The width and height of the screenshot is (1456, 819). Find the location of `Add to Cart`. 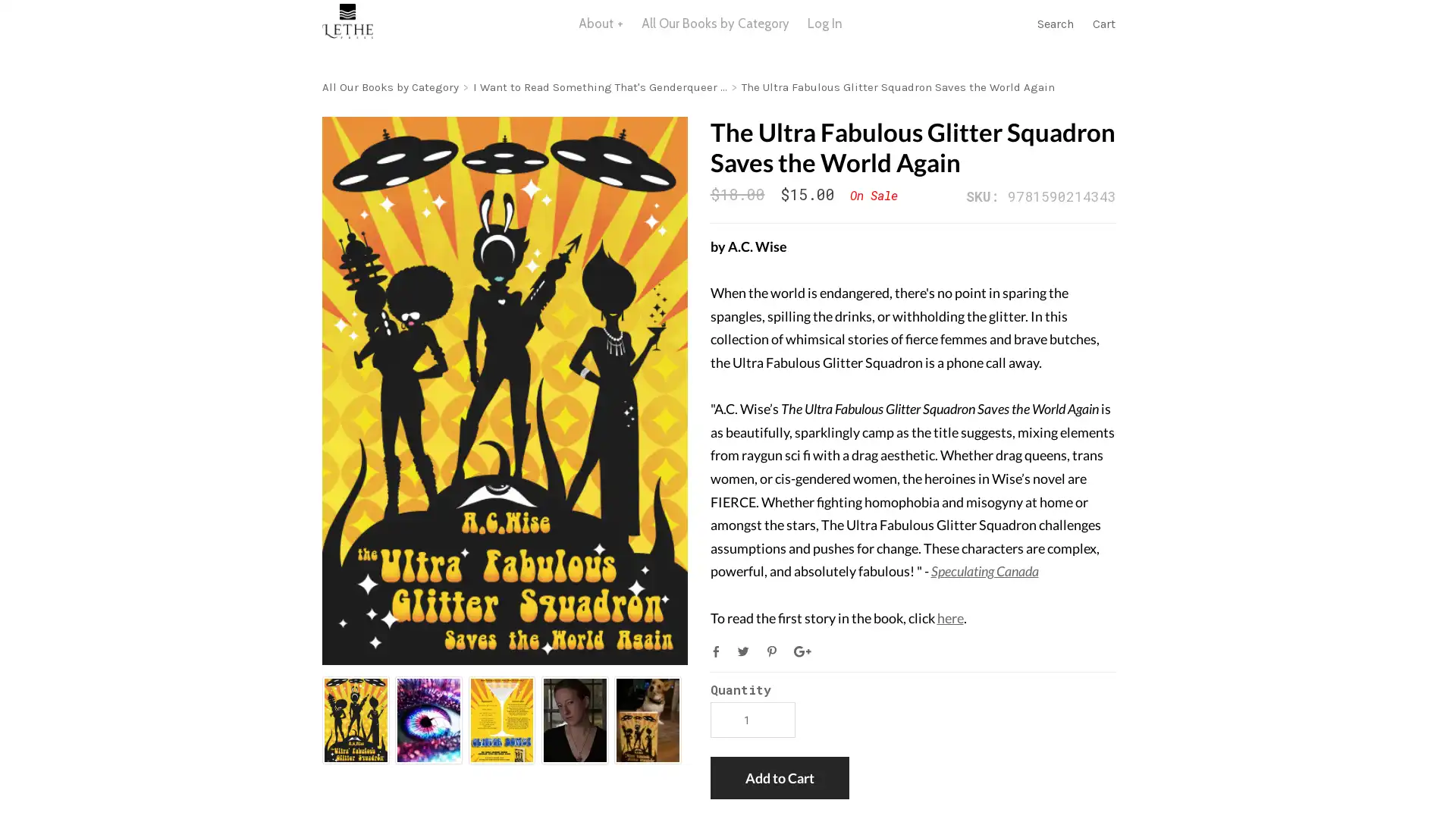

Add to Cart is located at coordinates (779, 777).